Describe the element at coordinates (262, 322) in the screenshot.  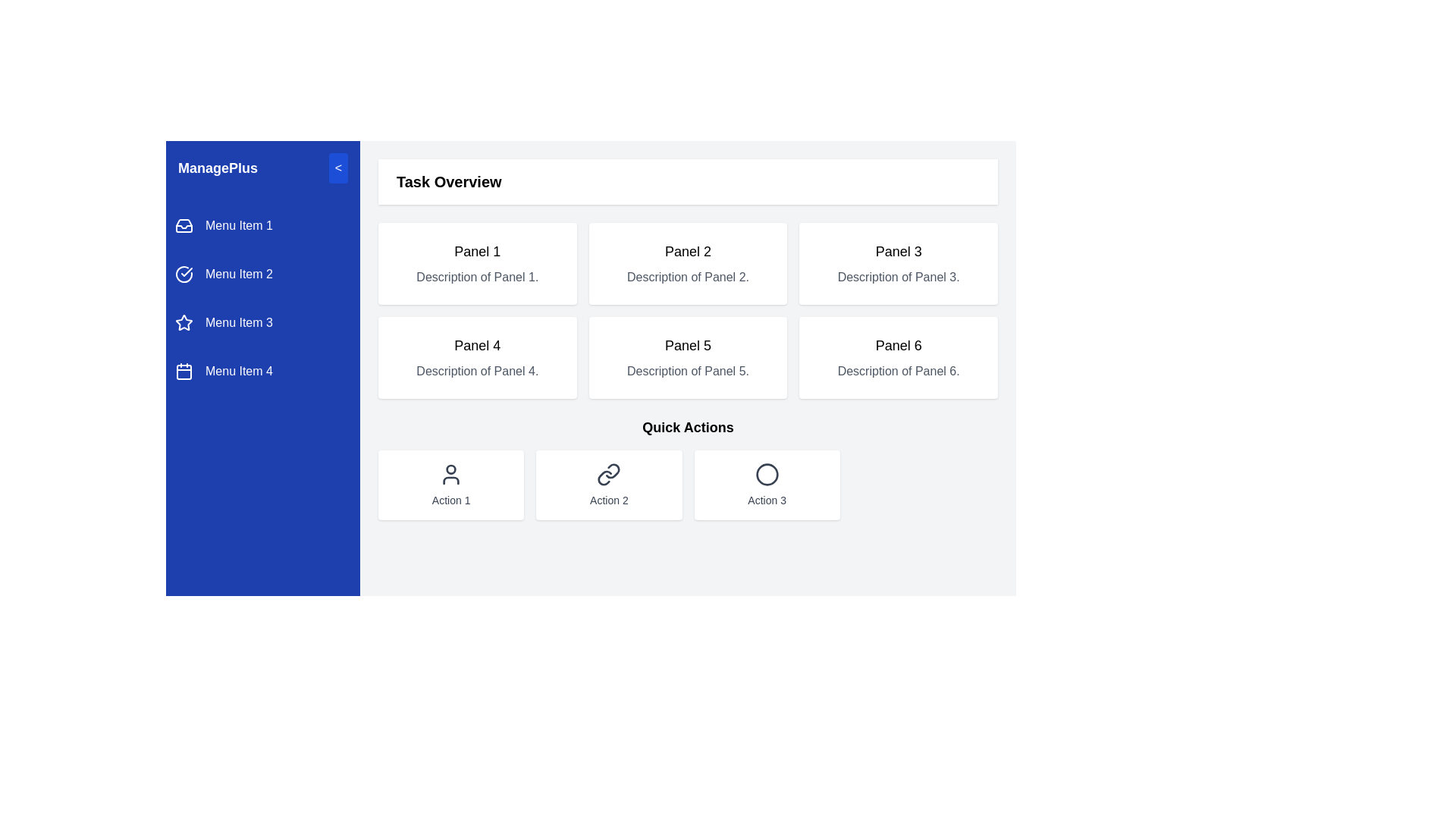
I see `the 'Menu Item 3' in the left sidebar menu` at that location.